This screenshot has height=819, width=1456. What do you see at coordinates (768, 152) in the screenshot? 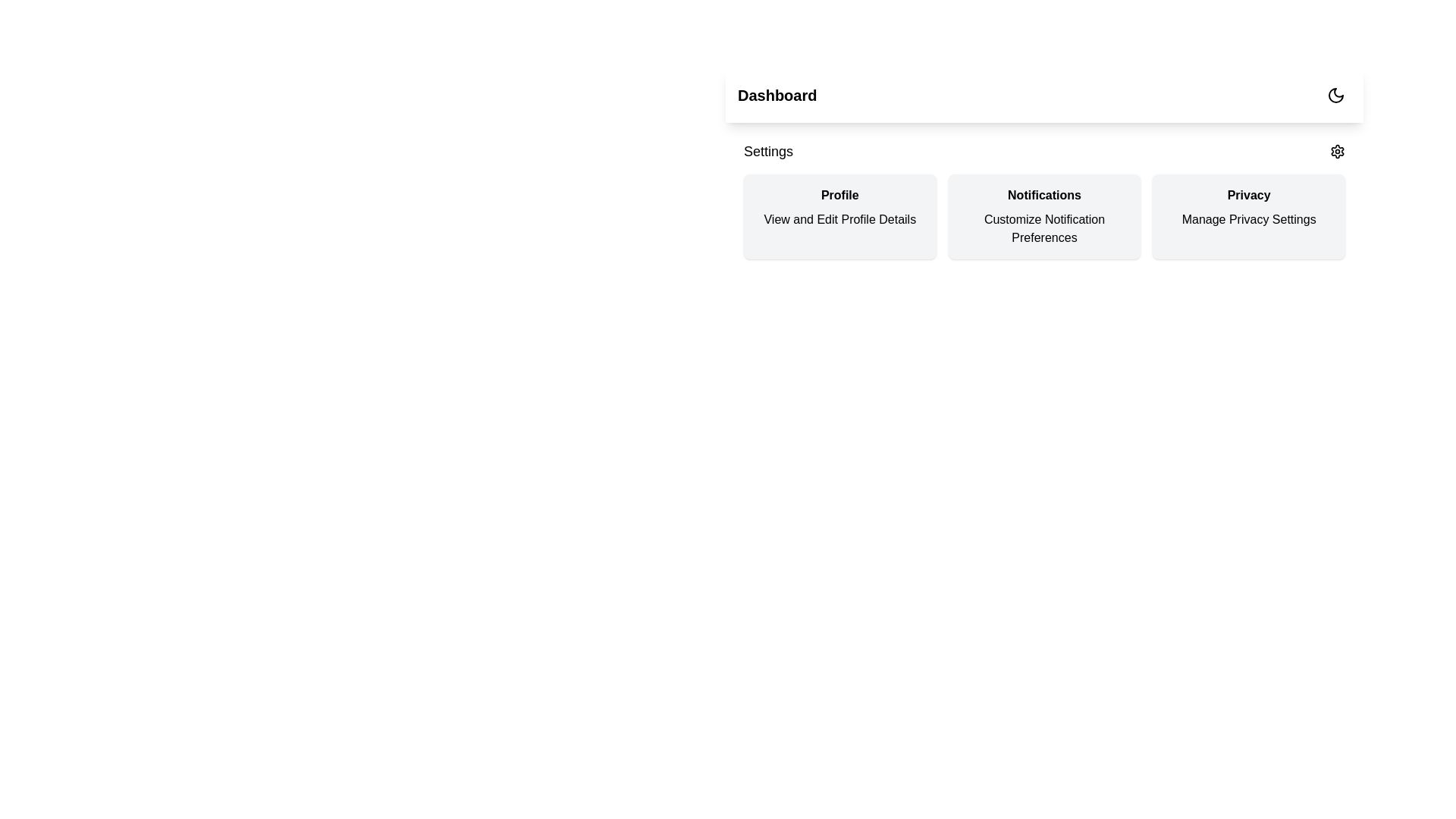
I see `the 'Settings' text label, which is prominently styled in a medium-sized, bold font and located just below the 'Dashboard' label` at bounding box center [768, 152].